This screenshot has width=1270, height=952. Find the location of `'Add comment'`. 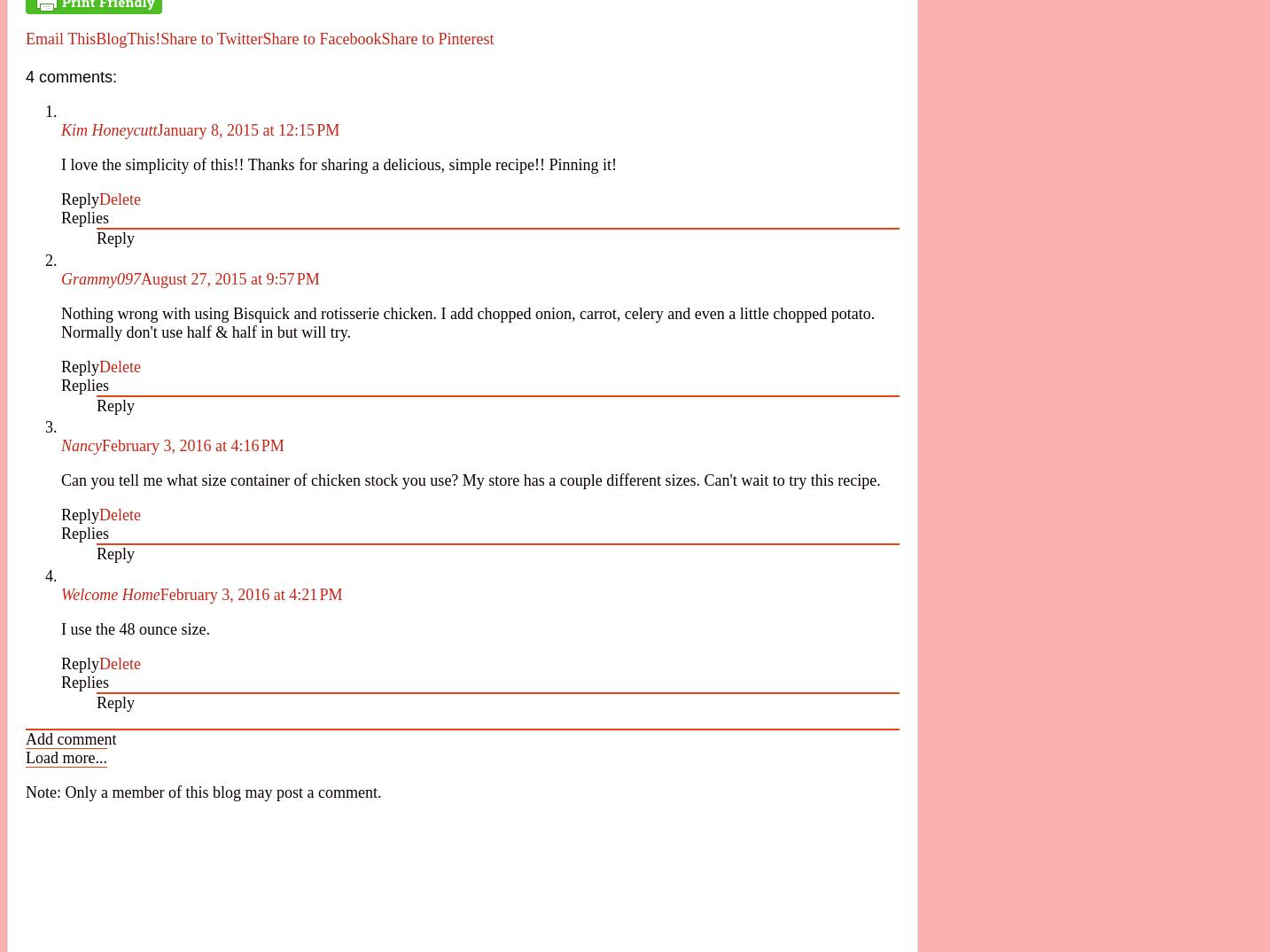

'Add comment' is located at coordinates (69, 738).